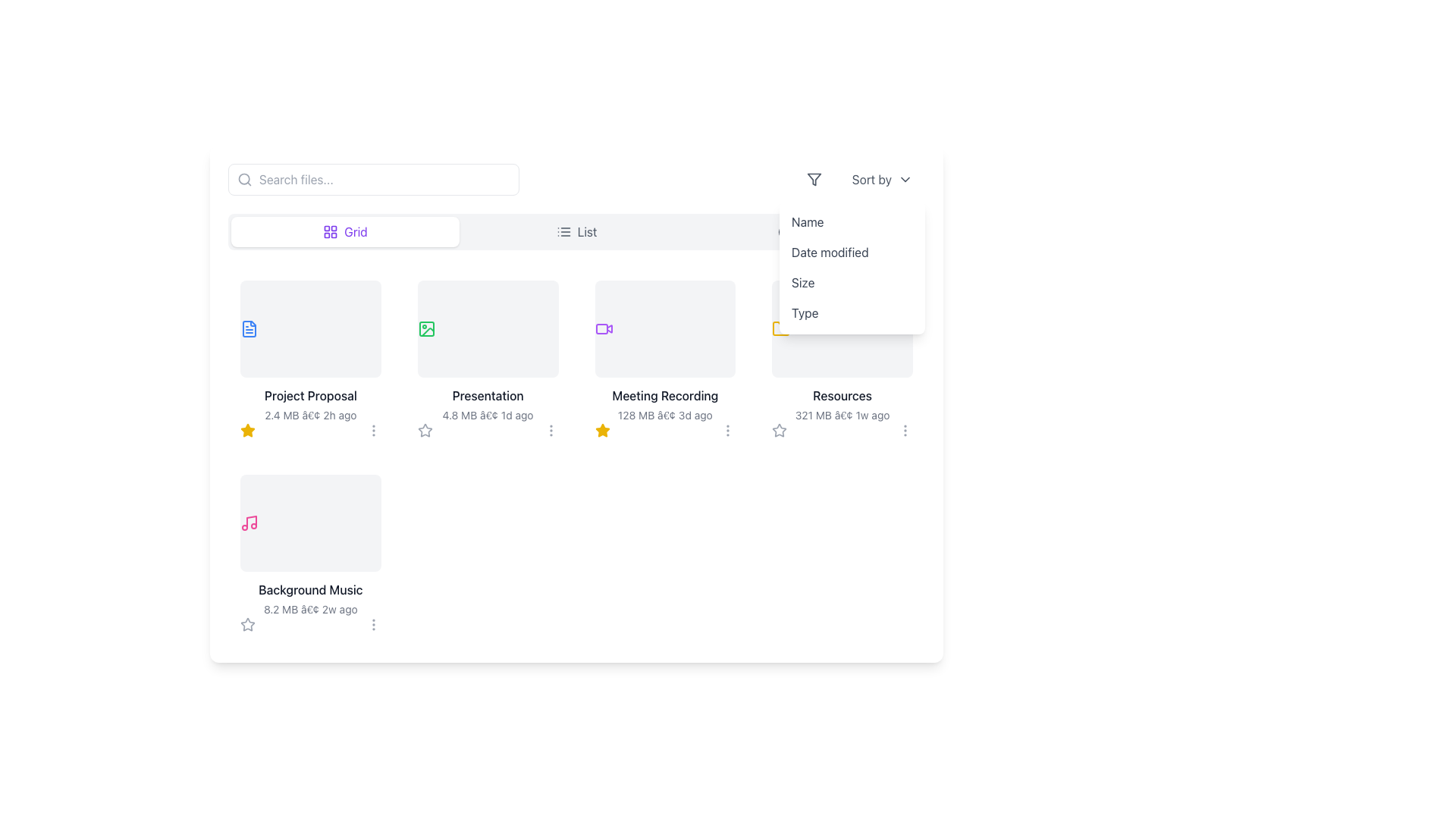 The image size is (1456, 819). What do you see at coordinates (309, 403) in the screenshot?
I see `the text display element that shows the file name 'Project Proposal', its size '2.4 MB', and the last modified time '2 hours ago'` at bounding box center [309, 403].